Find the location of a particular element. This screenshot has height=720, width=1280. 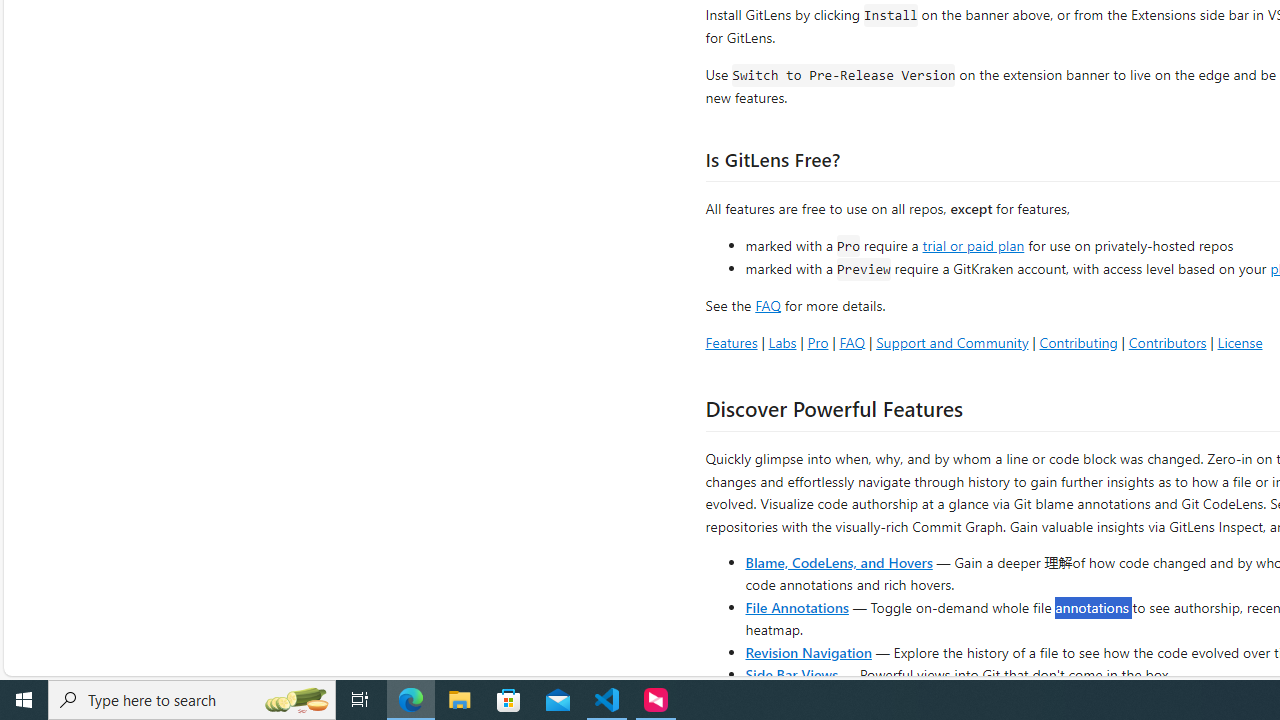

'Features' is located at coordinates (730, 341).